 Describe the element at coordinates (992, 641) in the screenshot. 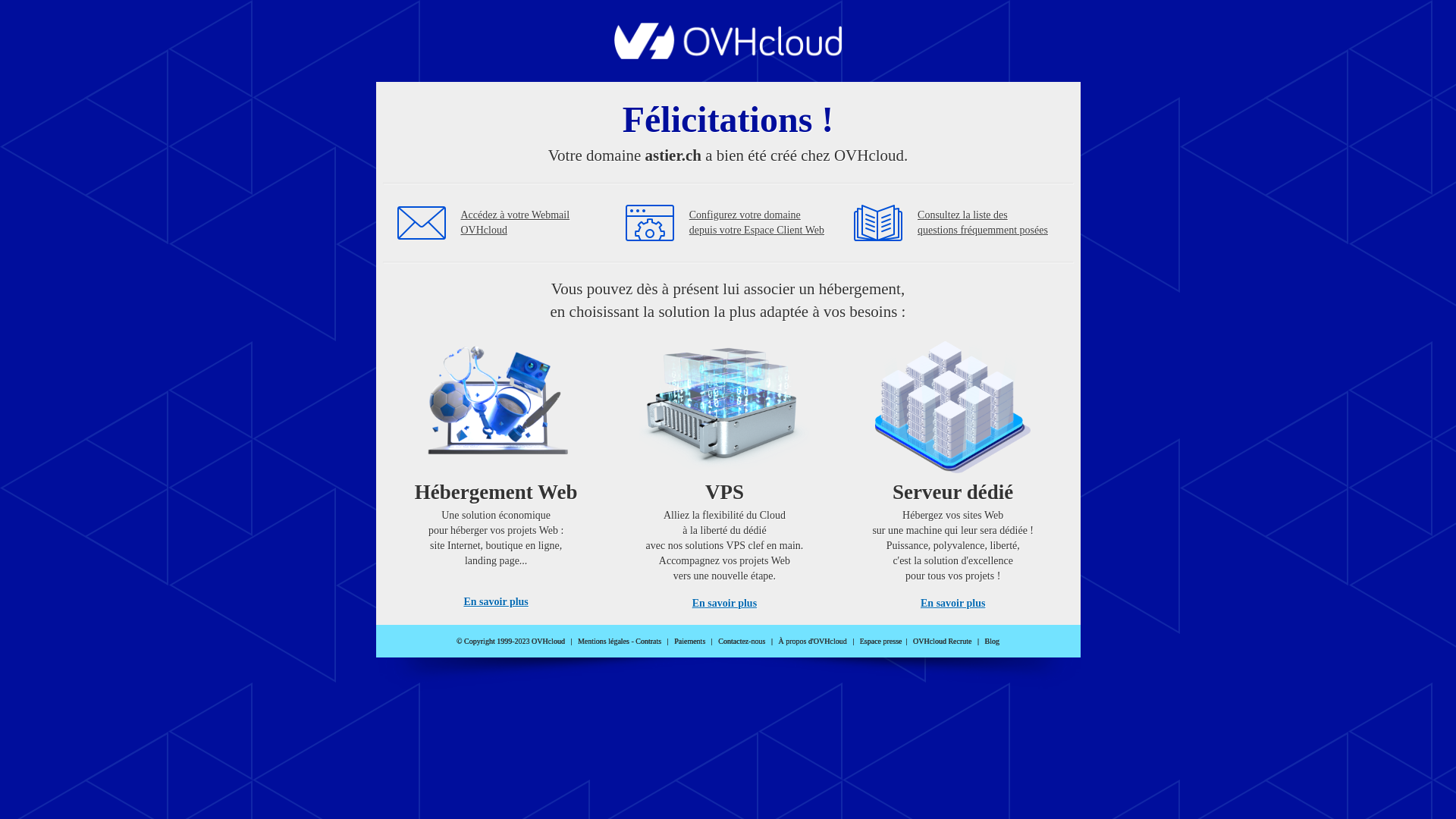

I see `'Blog'` at that location.